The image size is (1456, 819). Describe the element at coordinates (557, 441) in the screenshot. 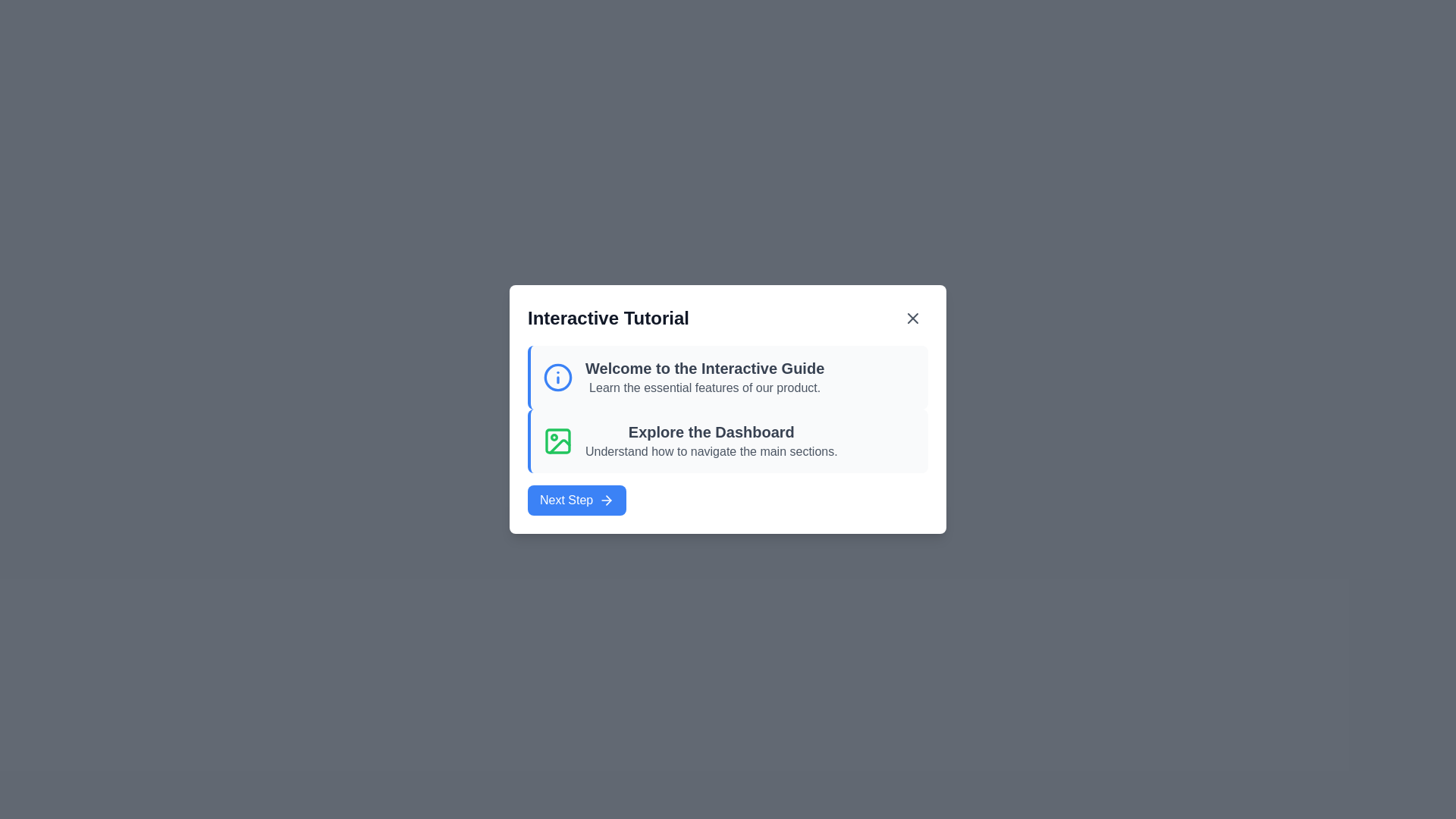

I see `the Decorative icon, which is a green outlined icon resembling a photograph, located to the left of the text 'Explore the Dashboard' in the tutorial steps` at that location.